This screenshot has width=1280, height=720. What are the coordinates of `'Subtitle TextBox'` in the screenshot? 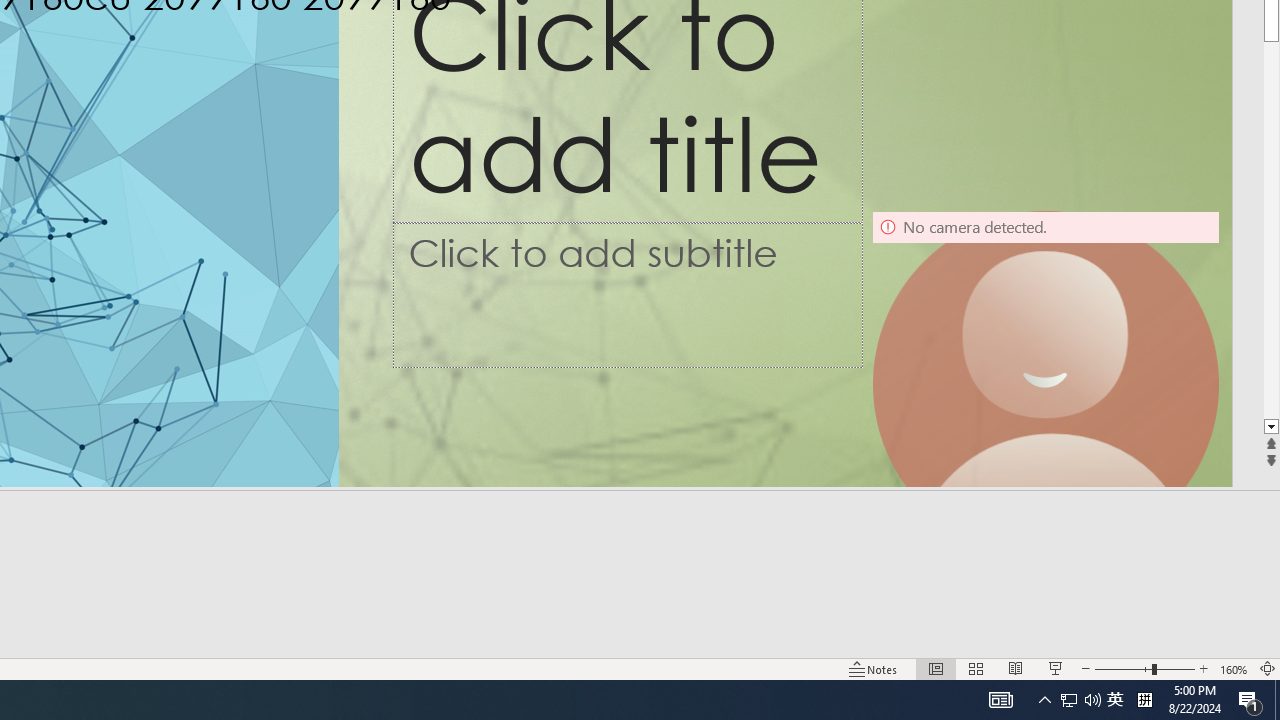 It's located at (626, 294).